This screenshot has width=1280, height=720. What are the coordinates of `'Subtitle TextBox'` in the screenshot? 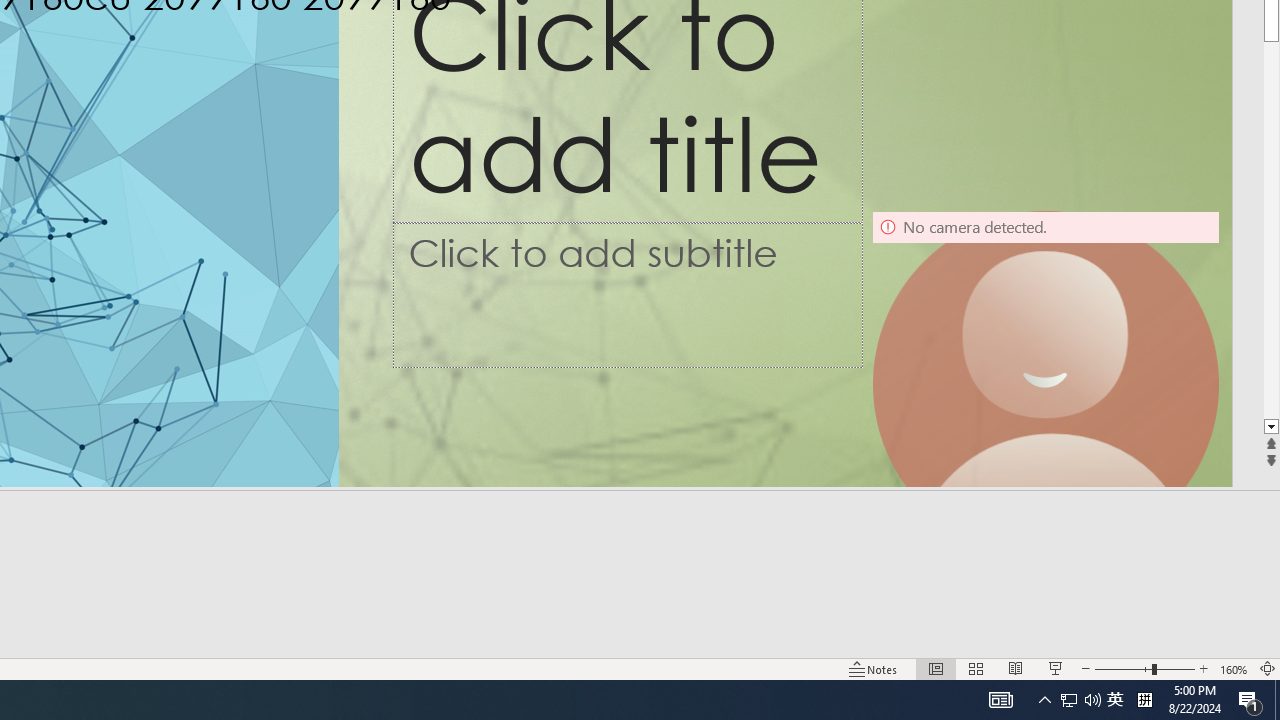 It's located at (626, 294).